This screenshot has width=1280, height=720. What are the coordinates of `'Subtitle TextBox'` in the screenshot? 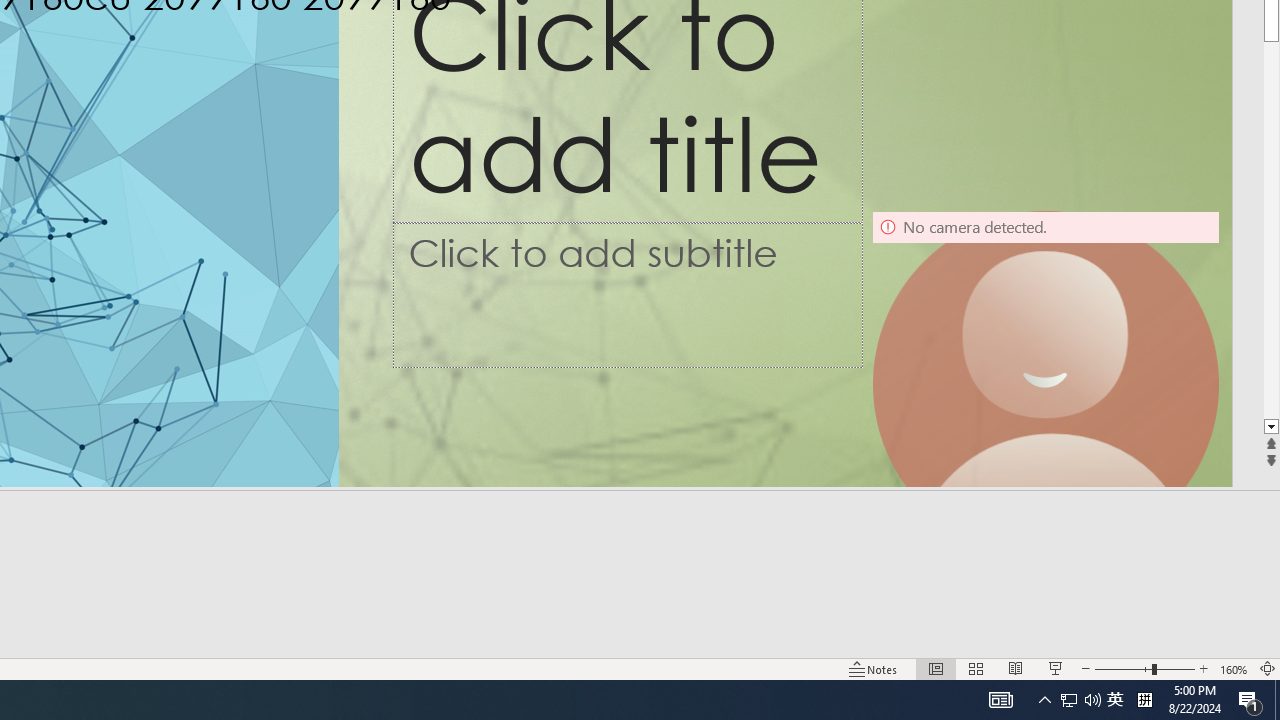 It's located at (626, 294).